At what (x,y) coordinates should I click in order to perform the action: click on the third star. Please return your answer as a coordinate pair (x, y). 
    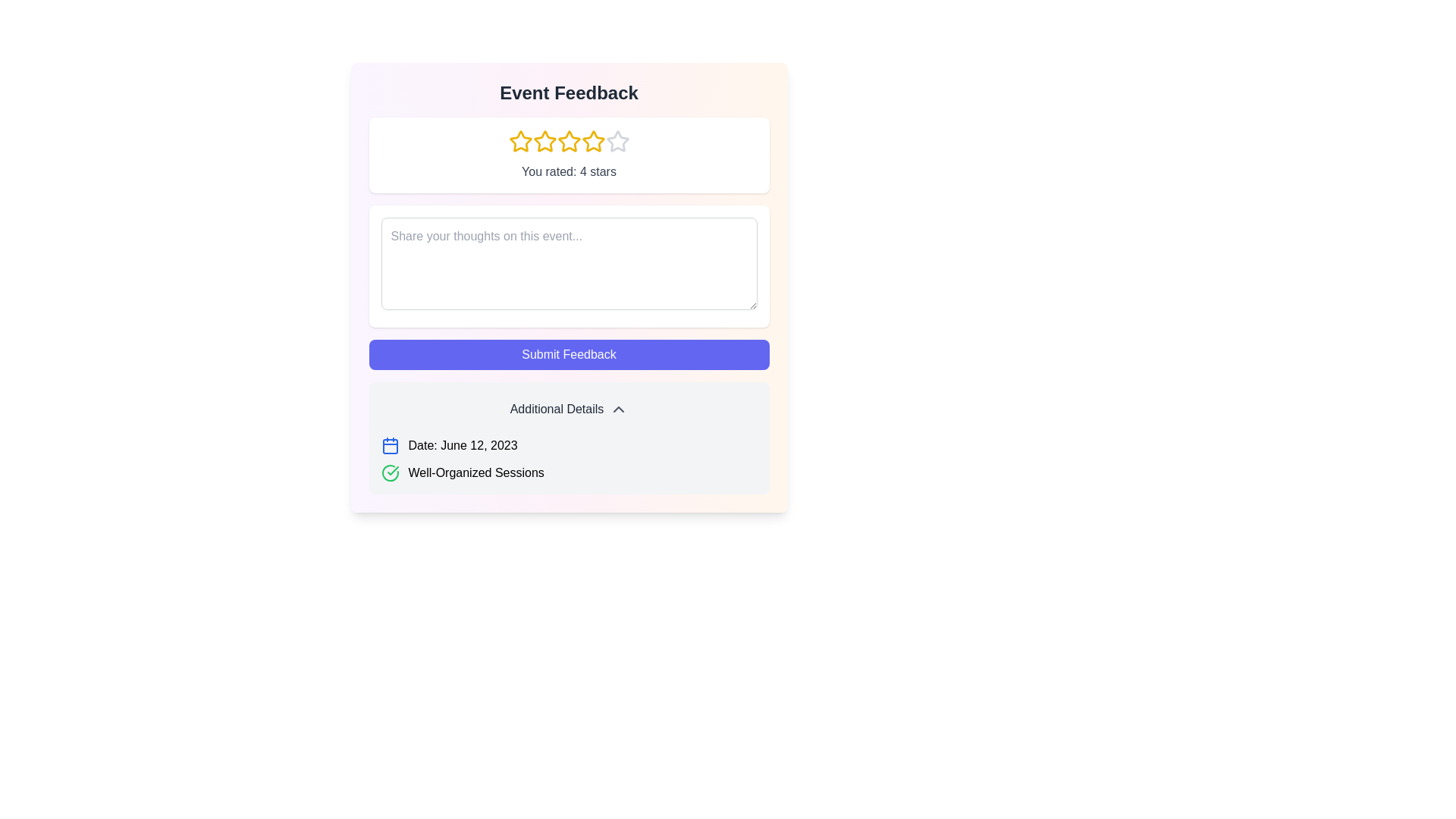
    Looking at the image, I should click on (567, 140).